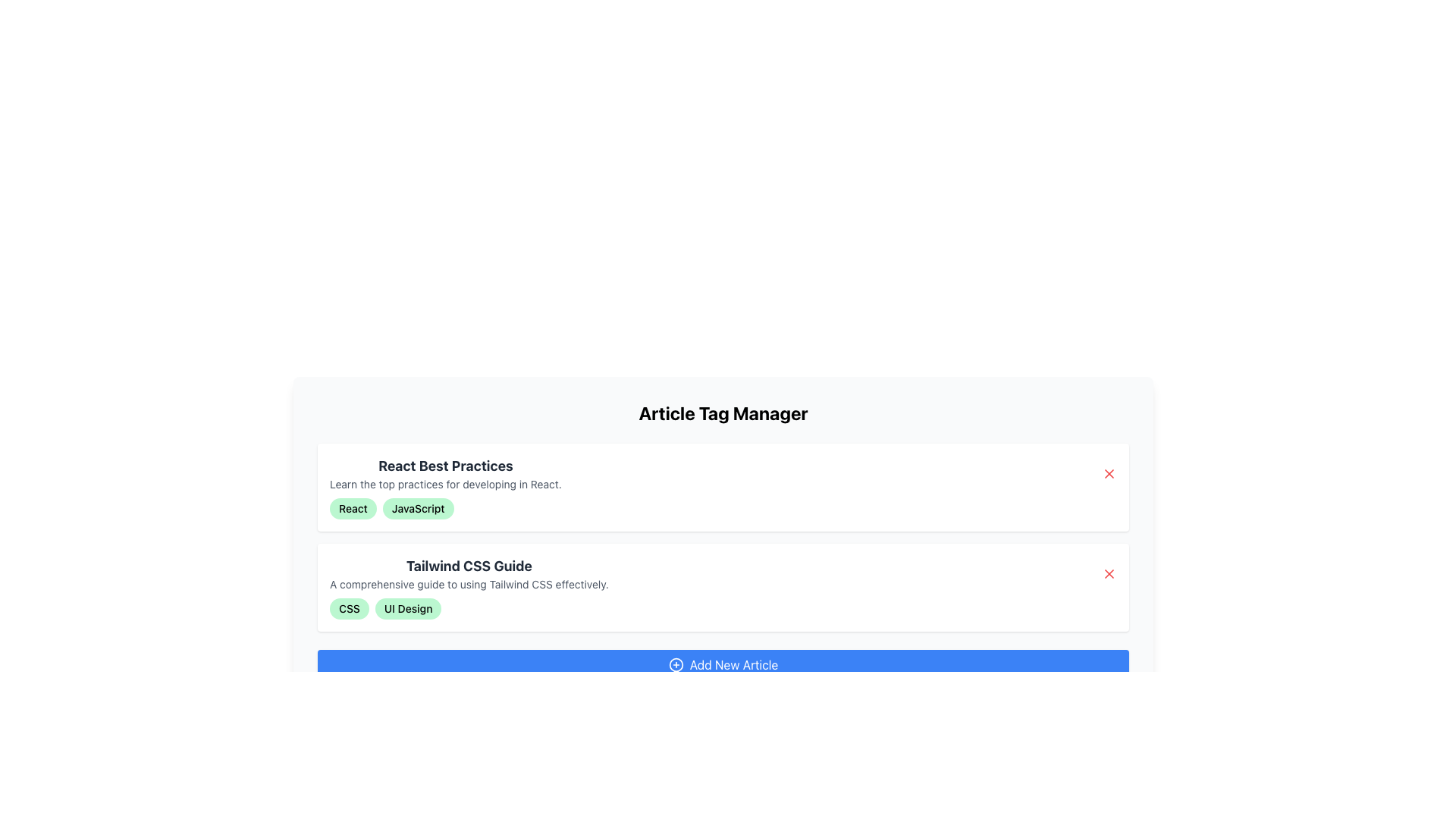  What do you see at coordinates (1109, 472) in the screenshot?
I see `the red 'X' button located at the top-right corner of the 'React Best Practices' section` at bounding box center [1109, 472].